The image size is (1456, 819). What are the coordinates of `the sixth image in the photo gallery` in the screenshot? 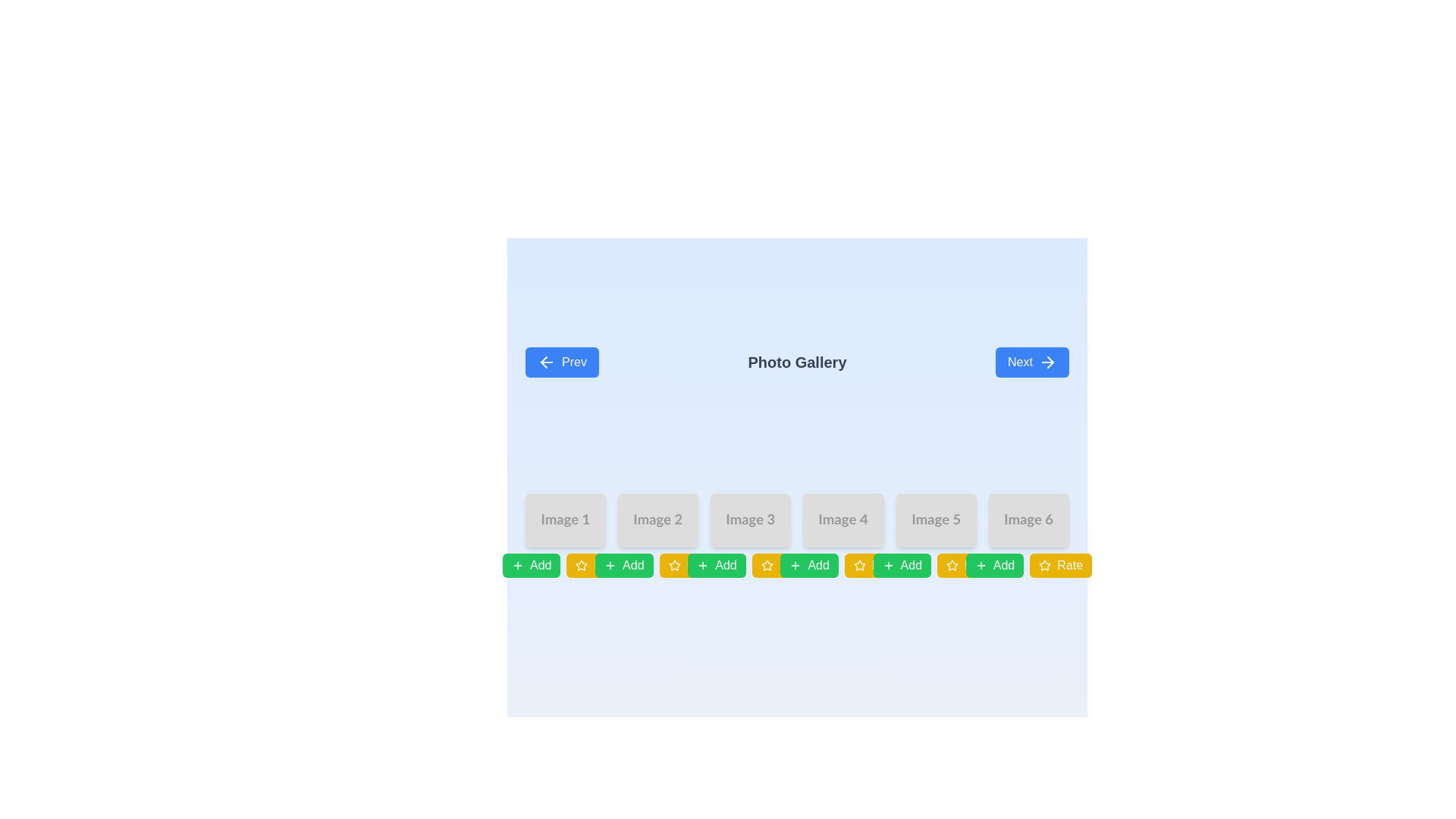 It's located at (1028, 519).